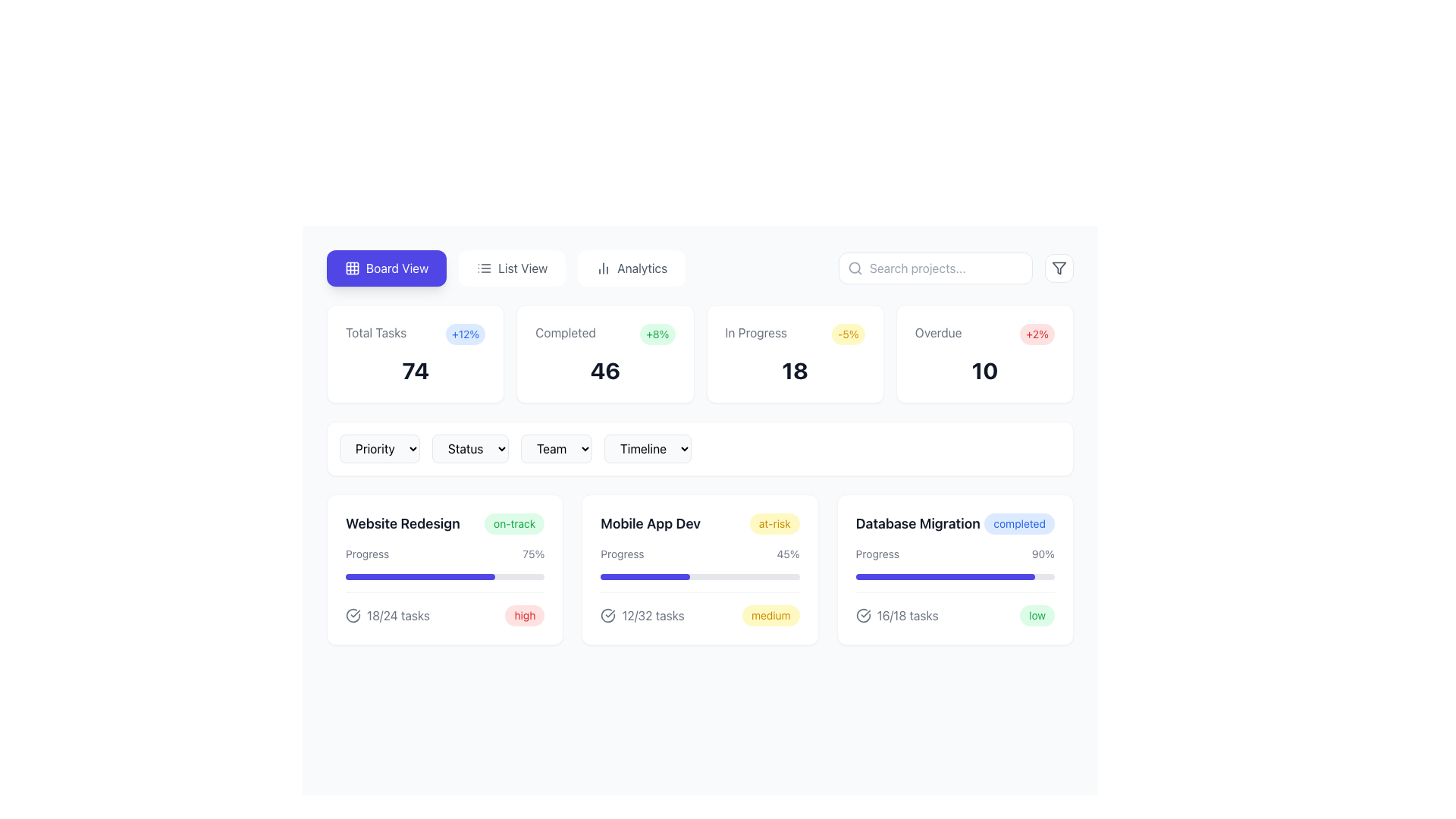 Image resolution: width=1456 pixels, height=819 pixels. I want to click on the status badge indicating a positive change percentage for completed tasks located immediately to the right of the text 'Completed', so click(657, 333).